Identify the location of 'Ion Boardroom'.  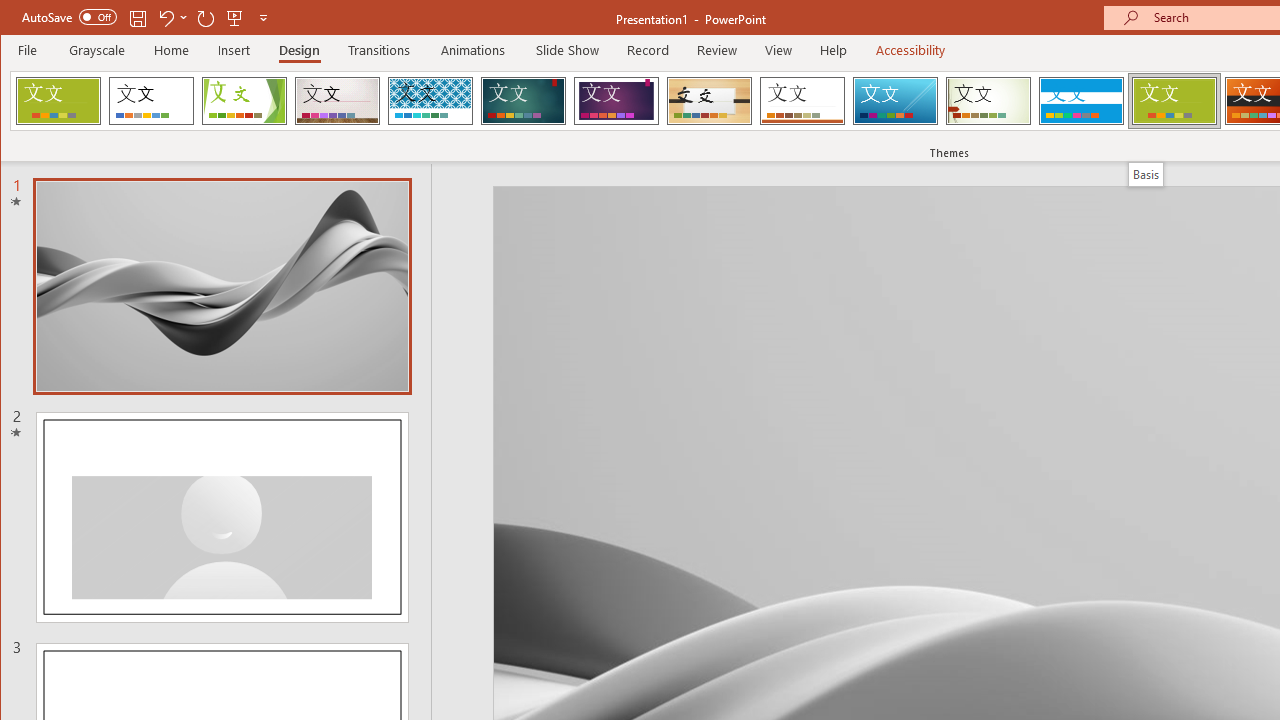
(615, 100).